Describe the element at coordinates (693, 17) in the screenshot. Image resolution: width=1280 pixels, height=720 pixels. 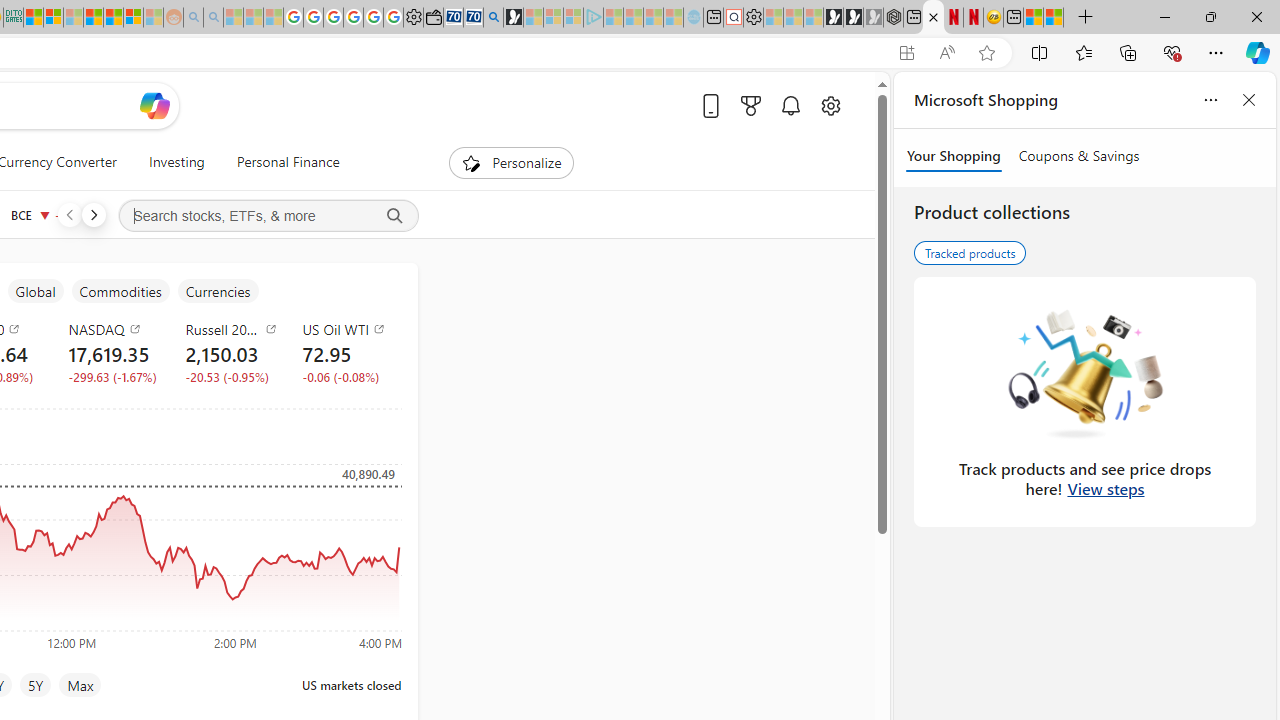
I see `'Home | Sky Blue Bikes - Sky Blue Bikes - Sleeping'` at that location.